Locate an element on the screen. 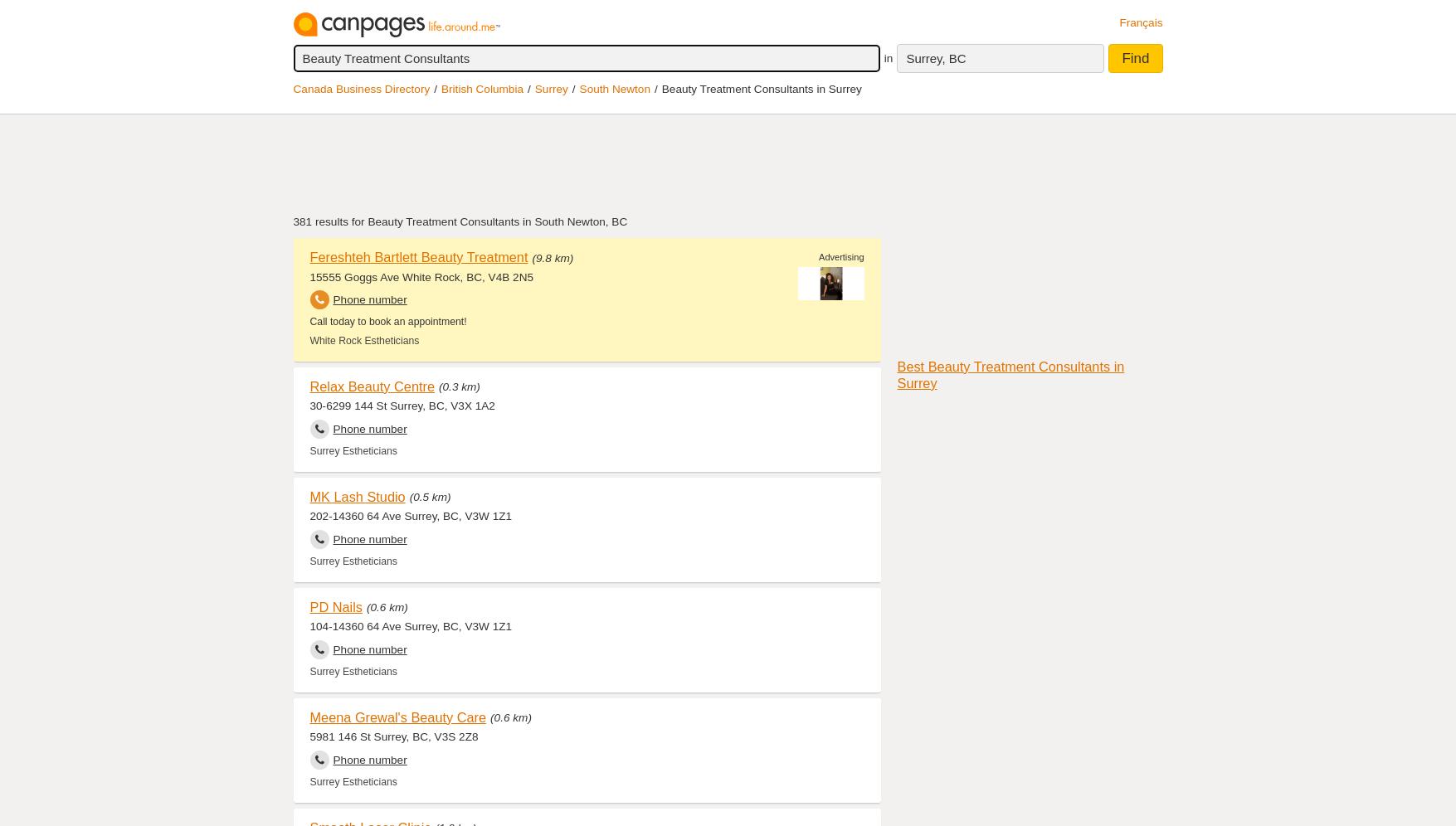 This screenshot has height=826, width=1456. '(0.5 km)' is located at coordinates (429, 497).